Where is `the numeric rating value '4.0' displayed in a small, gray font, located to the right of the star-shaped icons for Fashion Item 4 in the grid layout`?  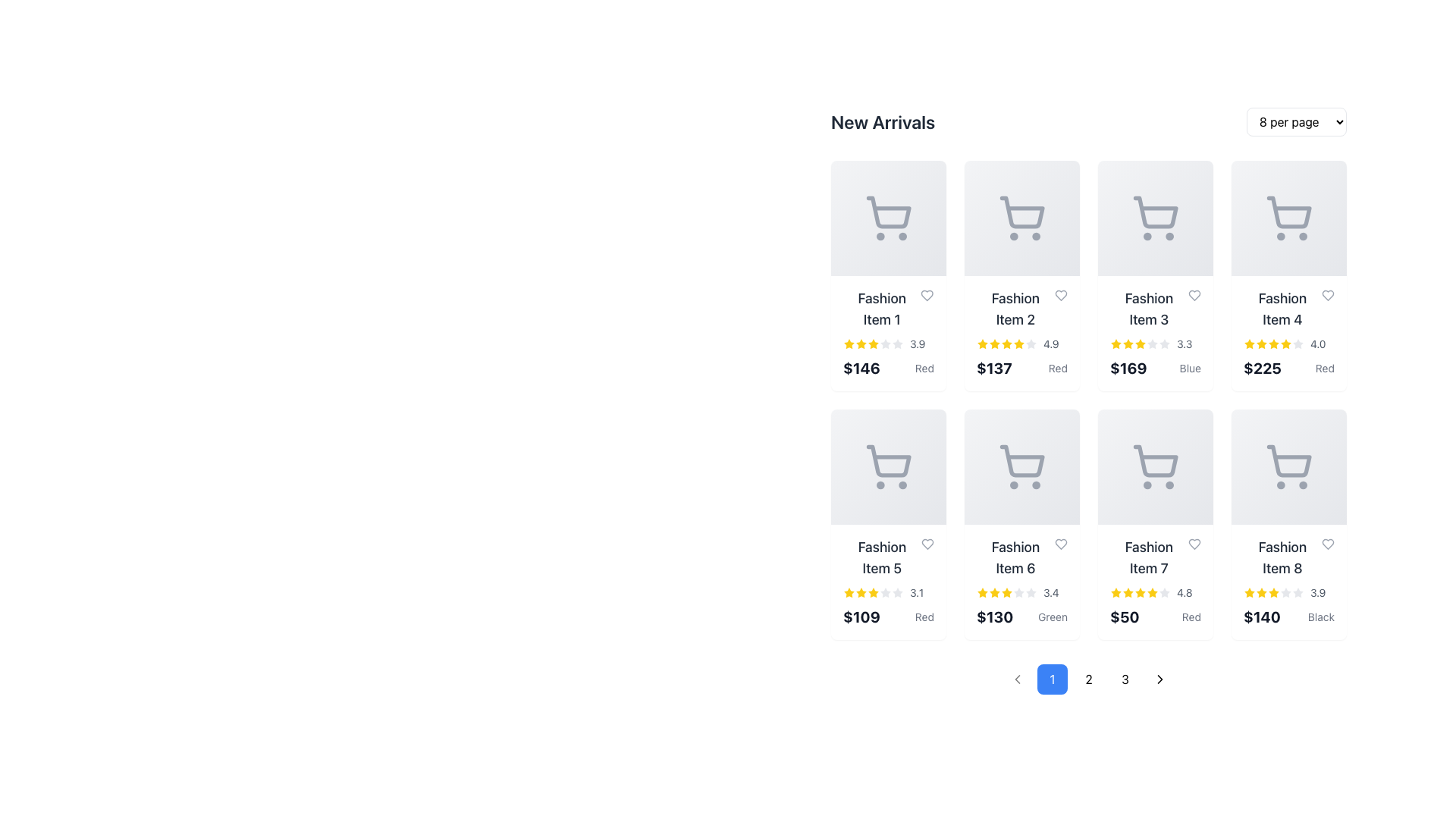
the numeric rating value '4.0' displayed in a small, gray font, located to the right of the star-shaped icons for Fashion Item 4 in the grid layout is located at coordinates (1317, 344).